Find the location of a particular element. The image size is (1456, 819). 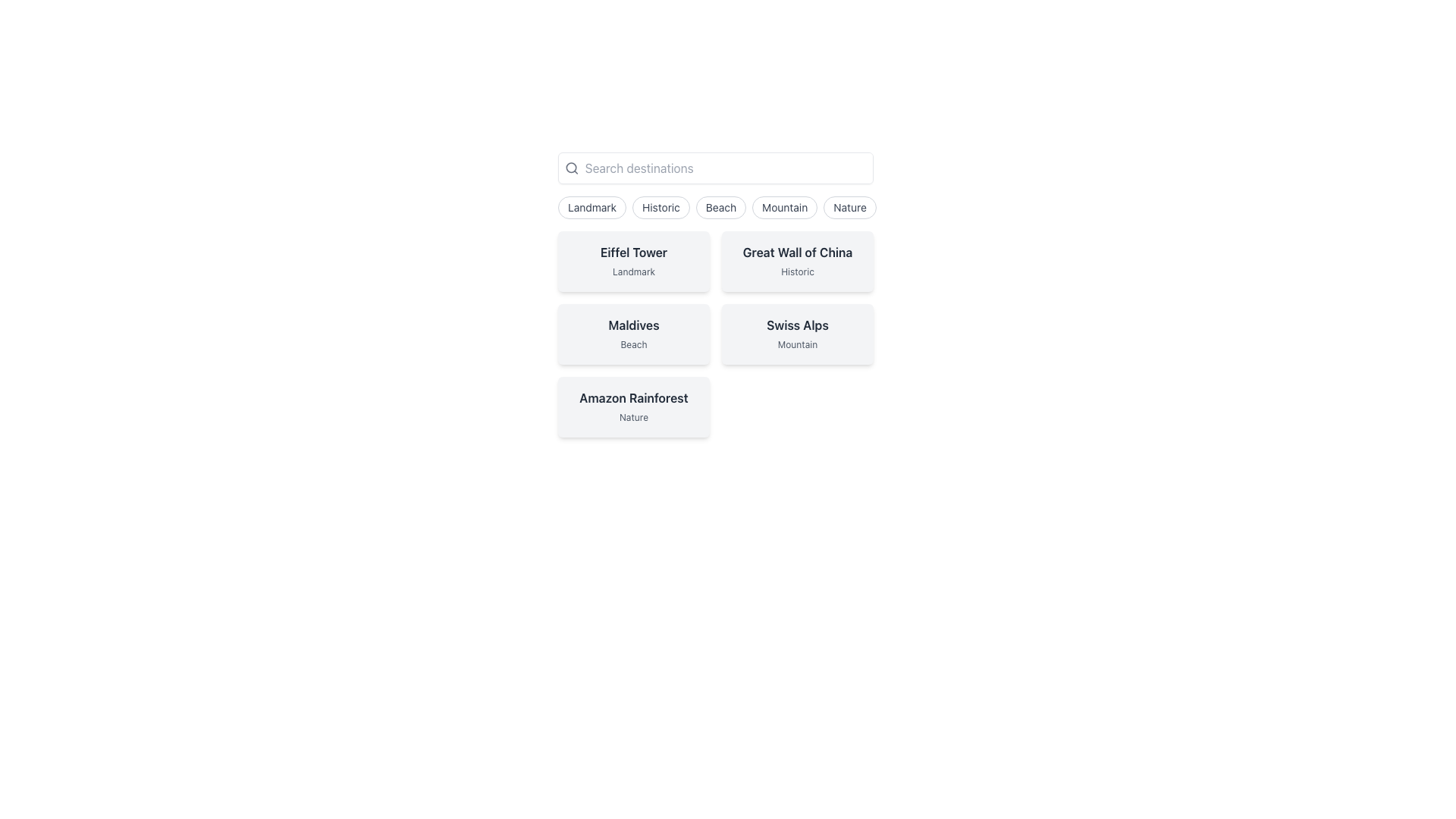

the 'Mountain' filter button, which is the fourth button in a row of five, located below the search bar is located at coordinates (785, 207).